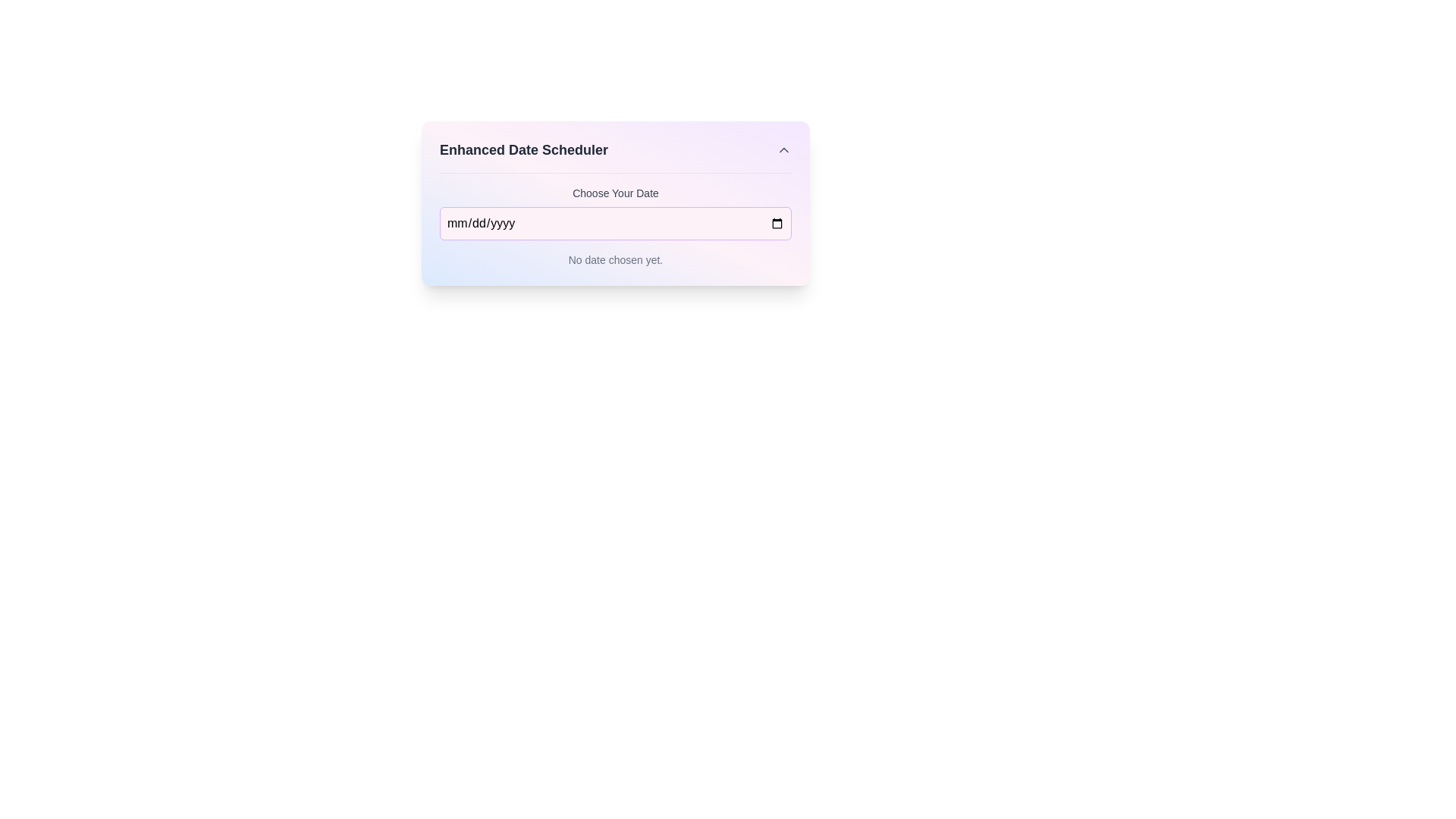  Describe the element at coordinates (615, 192) in the screenshot. I see `the Text Label that instructs the user to choose their date in the Enhanced Date Scheduler group, positioned above the date input field` at that location.